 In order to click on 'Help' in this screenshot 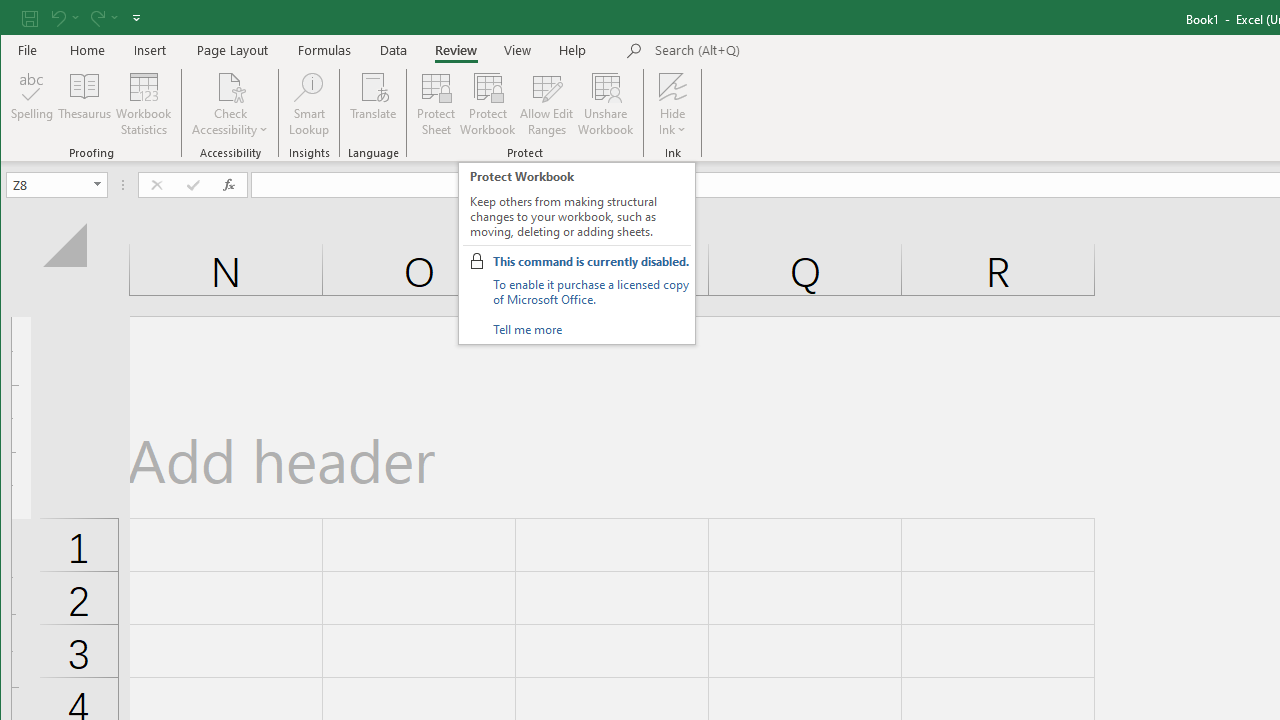, I will do `click(572, 49)`.